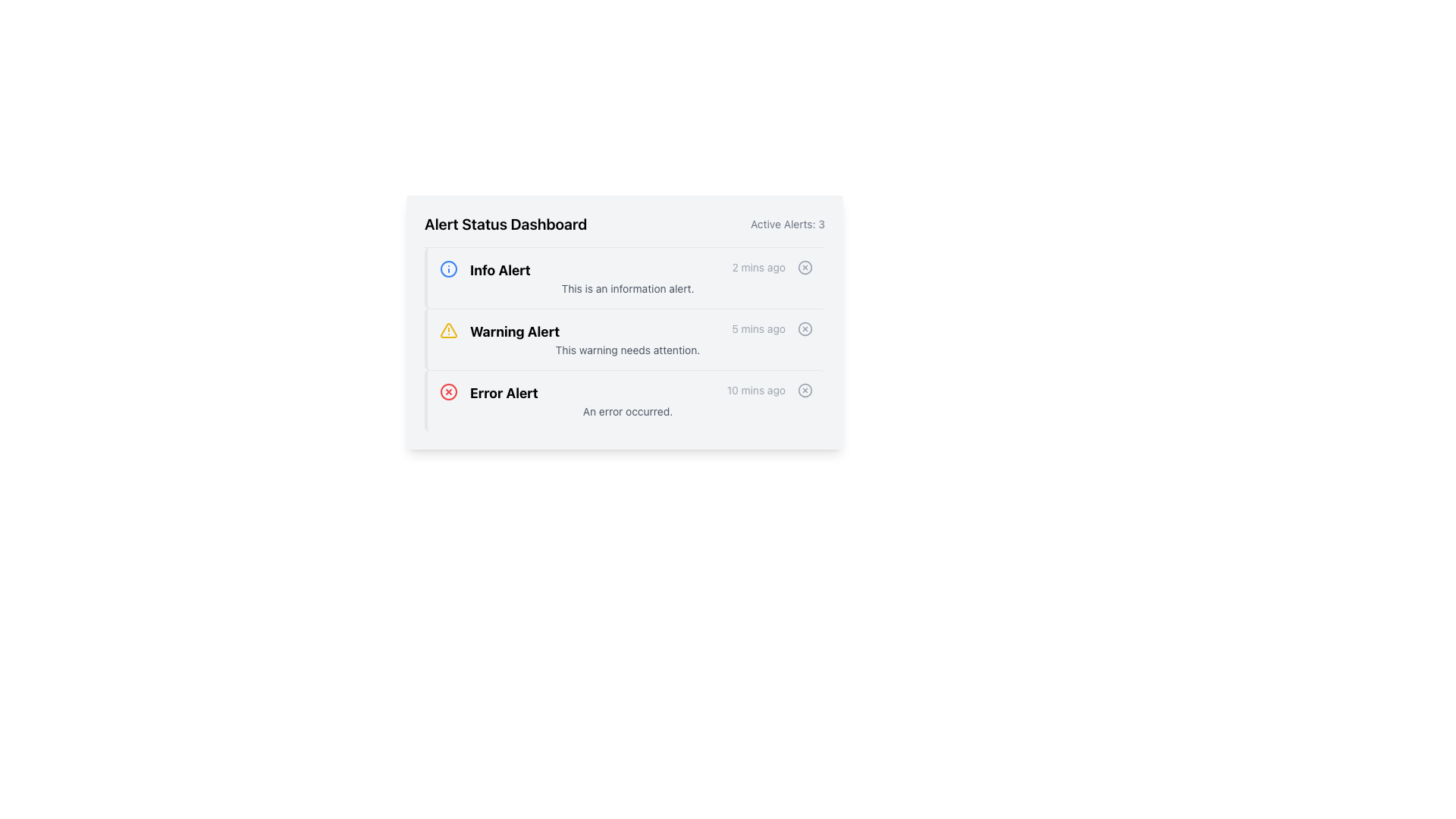 The image size is (1456, 819). What do you see at coordinates (804, 328) in the screenshot?
I see `the circular button that serves as an interactive element for closing the associated alert in the second row of the alert list` at bounding box center [804, 328].